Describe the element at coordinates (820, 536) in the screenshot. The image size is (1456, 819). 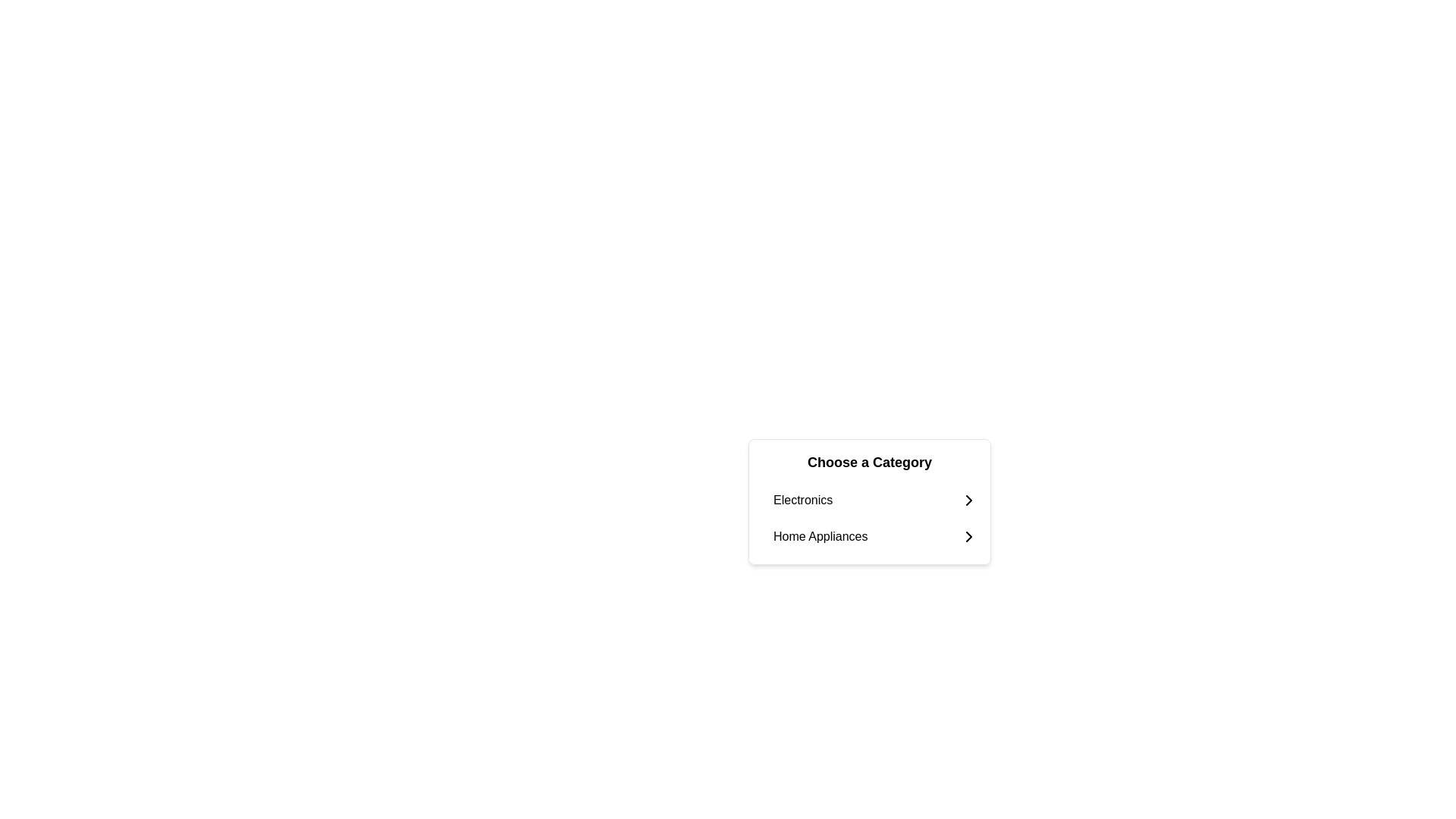
I see `the 'Home Appliances' text label, which is bold and located in the middle of a white card interface, below the 'Electronics' text and next to a right-pointing arrow icon` at that location.